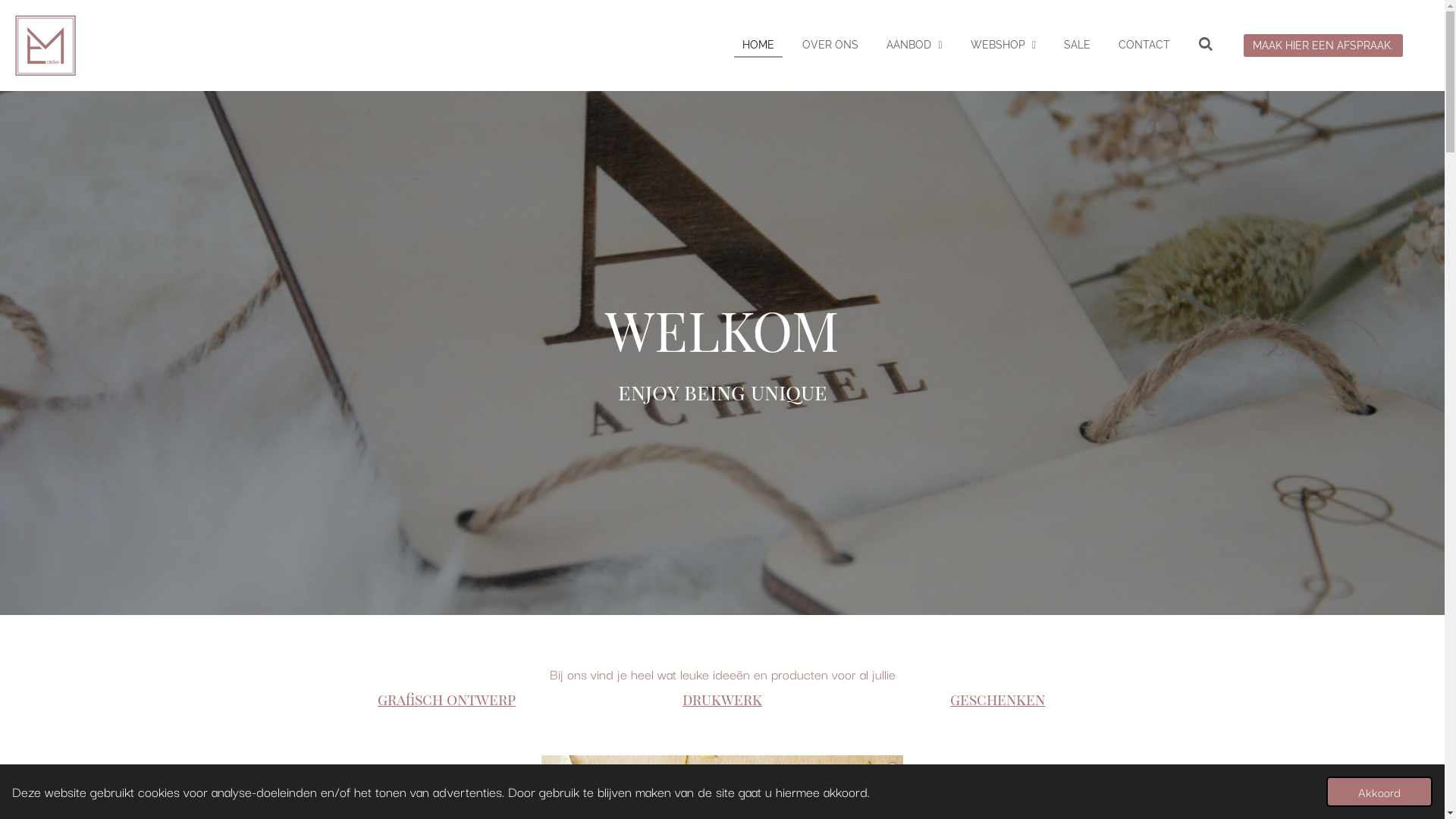  Describe the element at coordinates (734, 44) in the screenshot. I see `'HOME'` at that location.